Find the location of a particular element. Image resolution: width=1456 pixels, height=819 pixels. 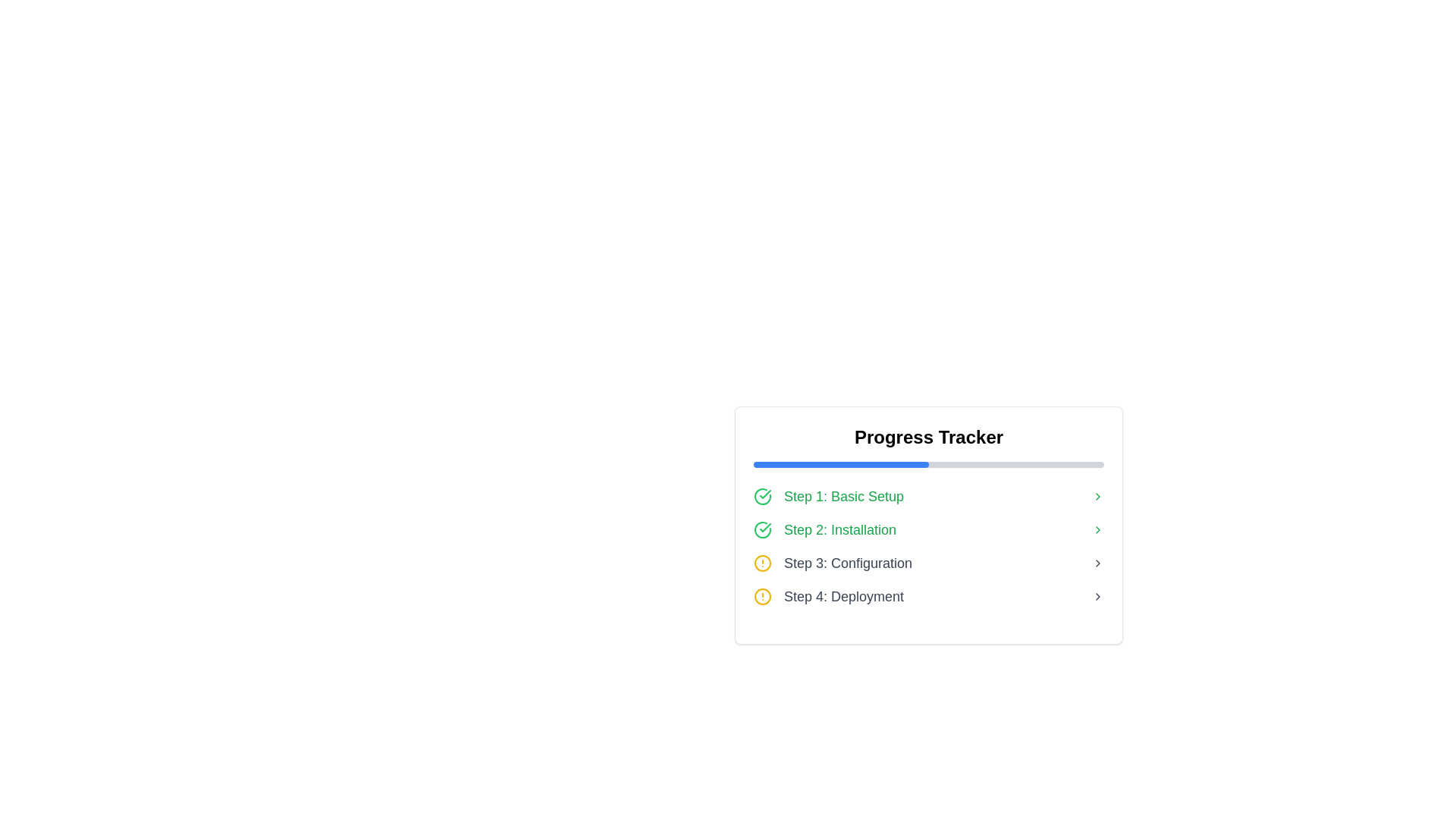

the icon representing the status of 'Step 4: Deployment' located at the far-left side of the 'Progress Tracker' component is located at coordinates (763, 595).